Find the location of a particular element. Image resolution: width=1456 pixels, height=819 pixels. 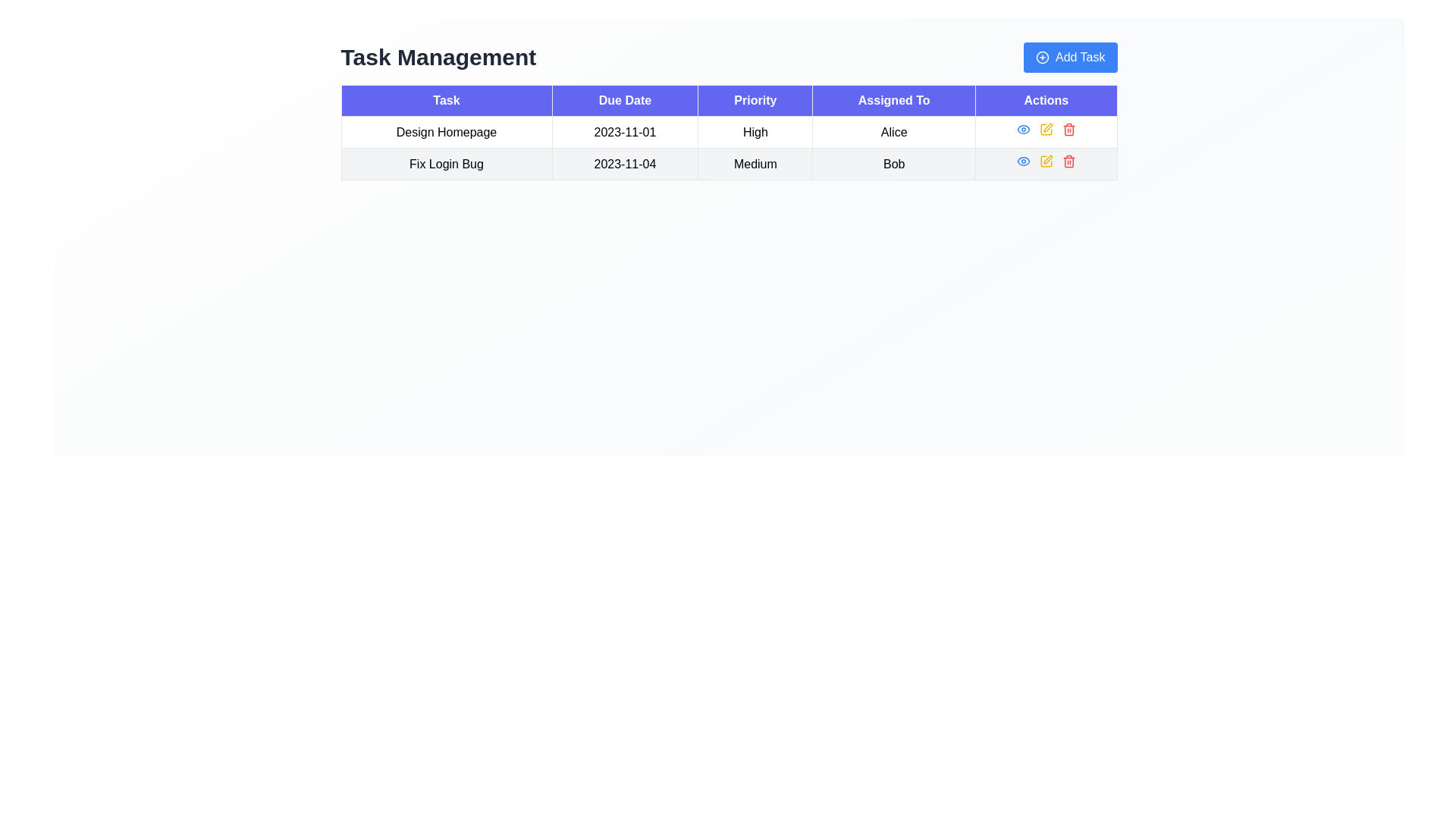

the Table Header Cell labeled 'Priority' which is the third column in the header row of the table is located at coordinates (755, 100).